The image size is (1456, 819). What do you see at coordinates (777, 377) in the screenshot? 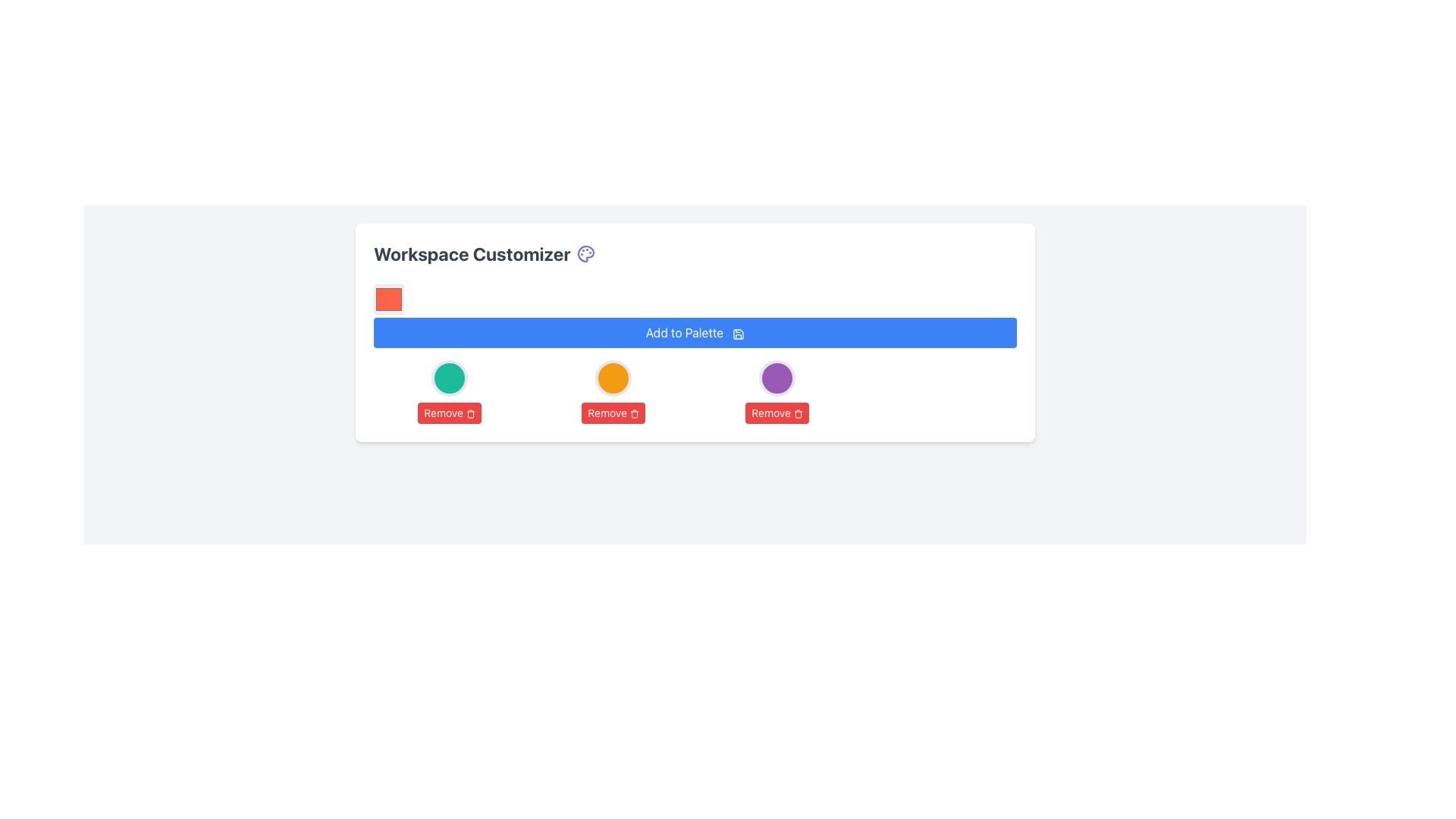
I see `the third circular visual marker within a collection of similar elements, which serves as a visual indicator and is not clickable` at bounding box center [777, 377].